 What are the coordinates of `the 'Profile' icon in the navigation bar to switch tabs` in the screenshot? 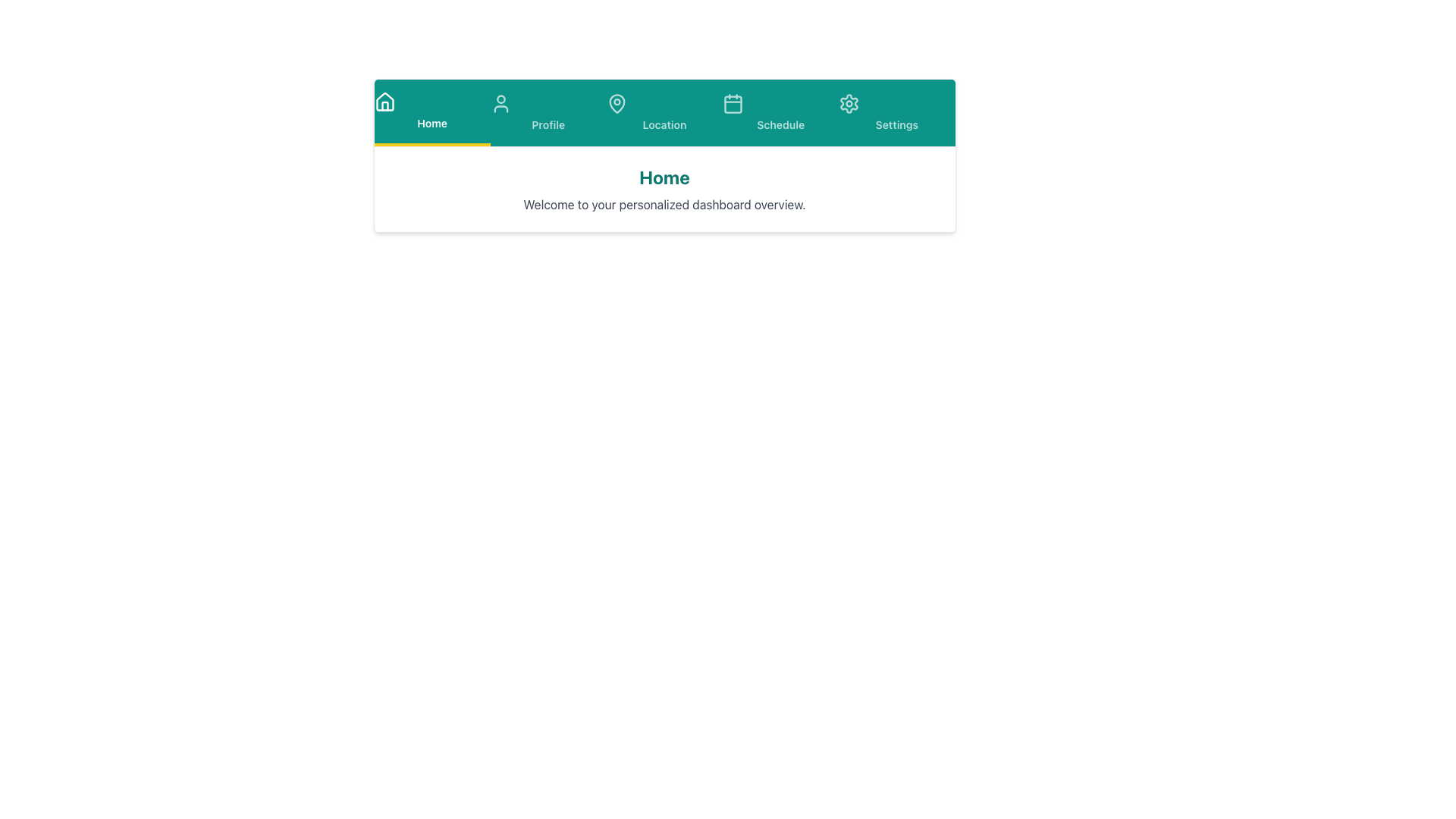 It's located at (500, 103).